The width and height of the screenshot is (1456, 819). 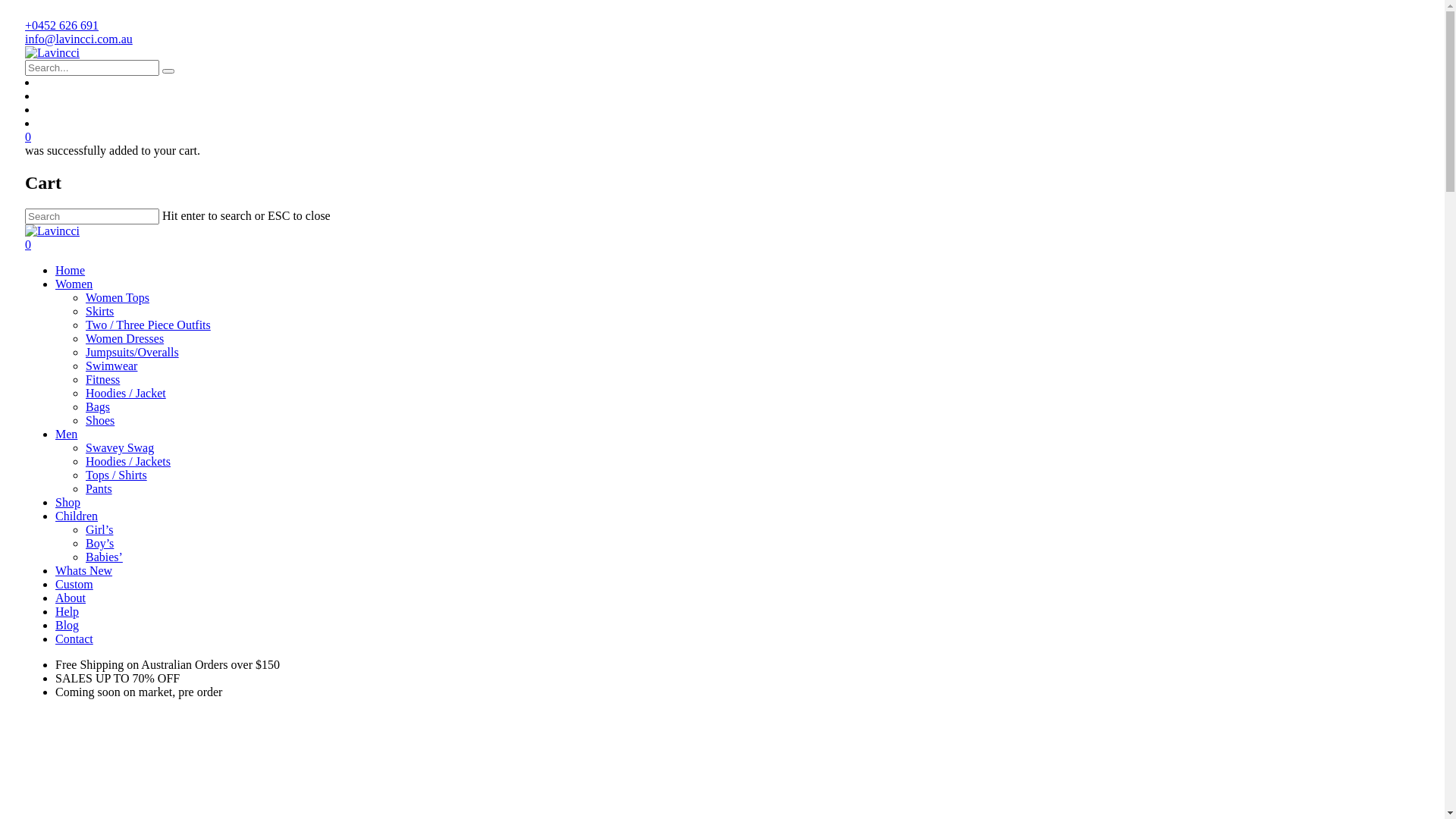 I want to click on 'Pants', so click(x=98, y=488).